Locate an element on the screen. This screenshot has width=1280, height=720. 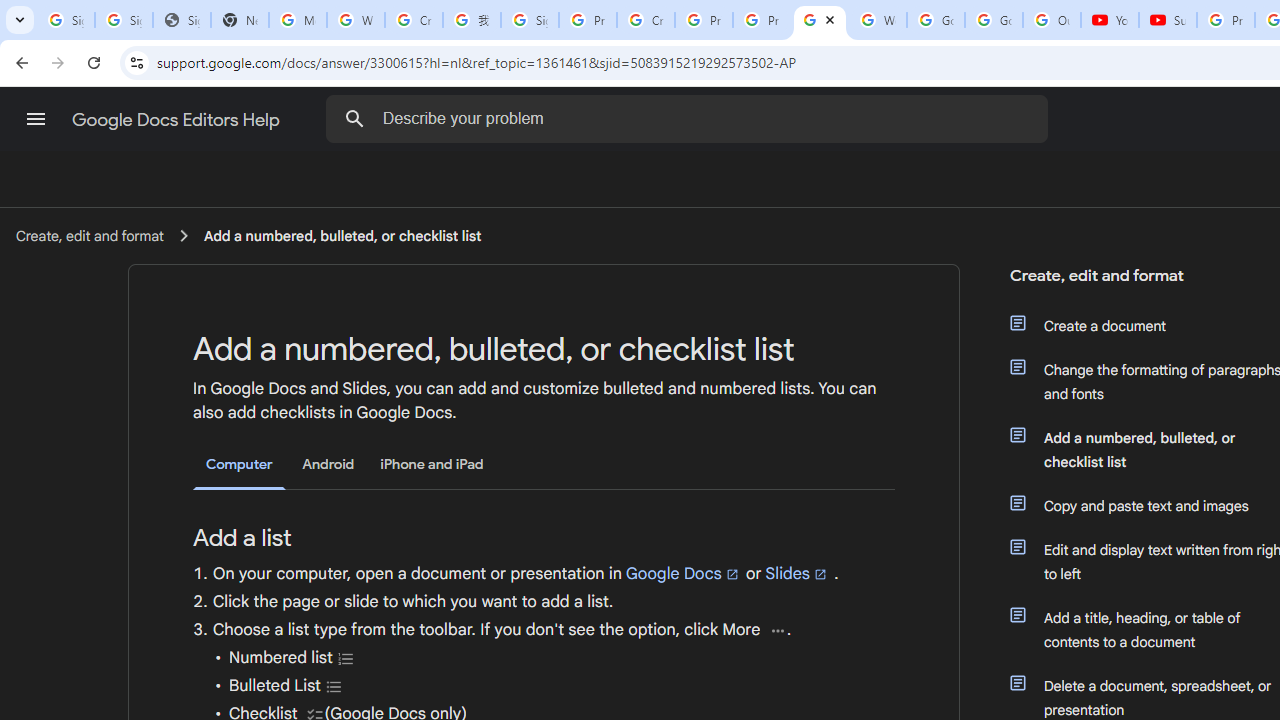
'Sign in - Google Accounts' is located at coordinates (529, 20).